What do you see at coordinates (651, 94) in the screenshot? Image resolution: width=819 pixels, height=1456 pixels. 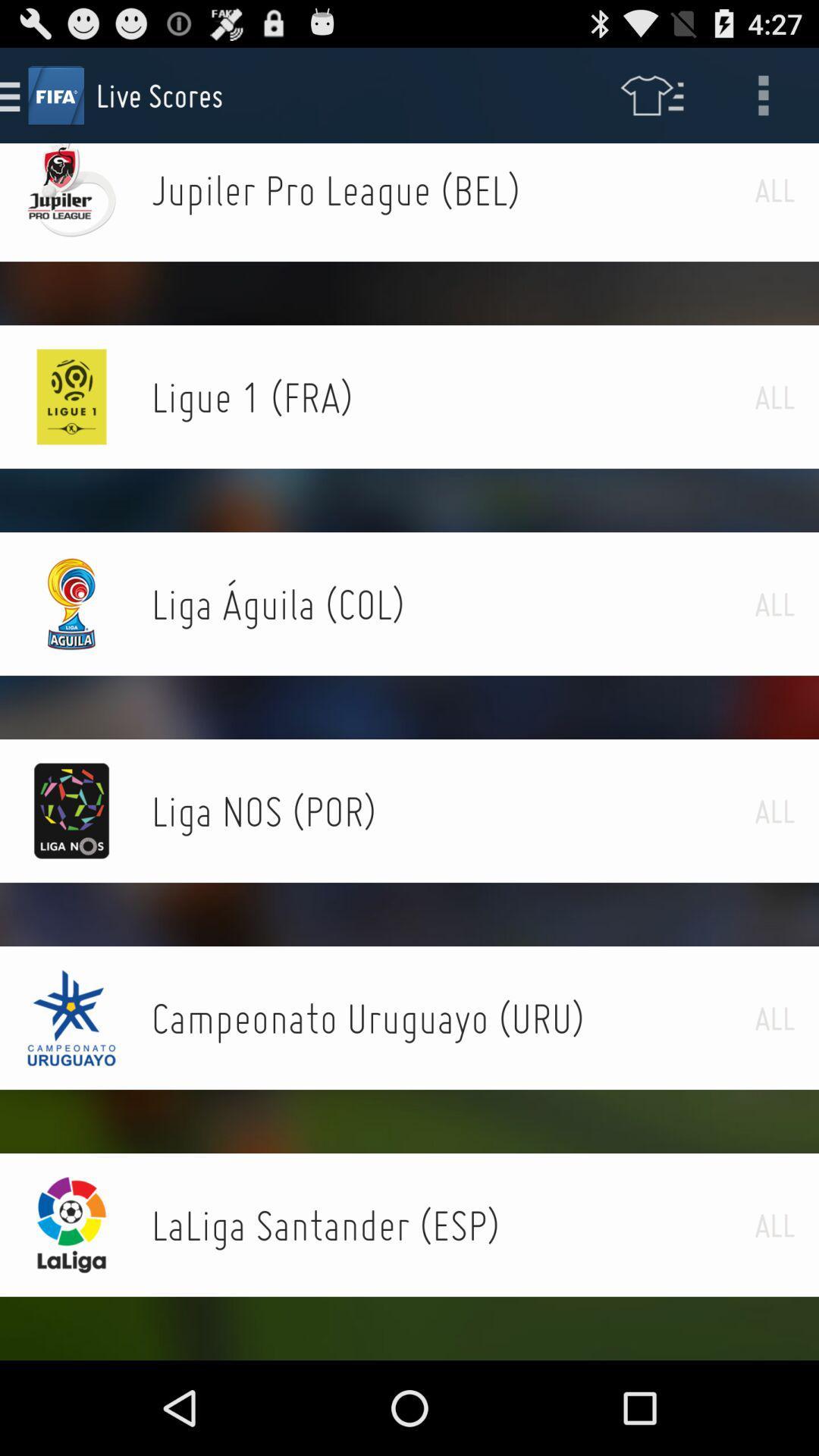 I see `the first icon right side of text live scores` at bounding box center [651, 94].